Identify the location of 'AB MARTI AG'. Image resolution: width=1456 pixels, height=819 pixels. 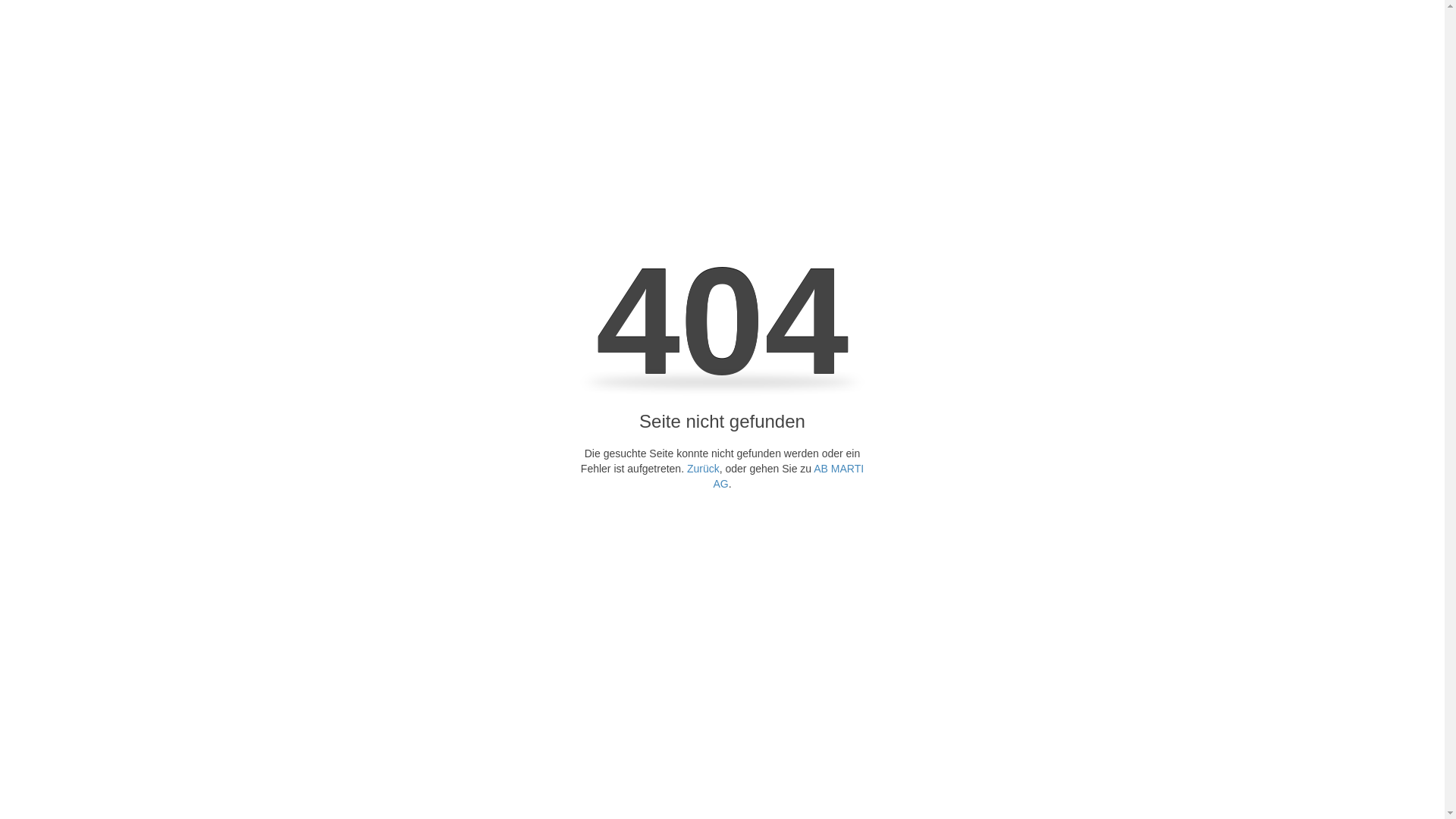
(788, 475).